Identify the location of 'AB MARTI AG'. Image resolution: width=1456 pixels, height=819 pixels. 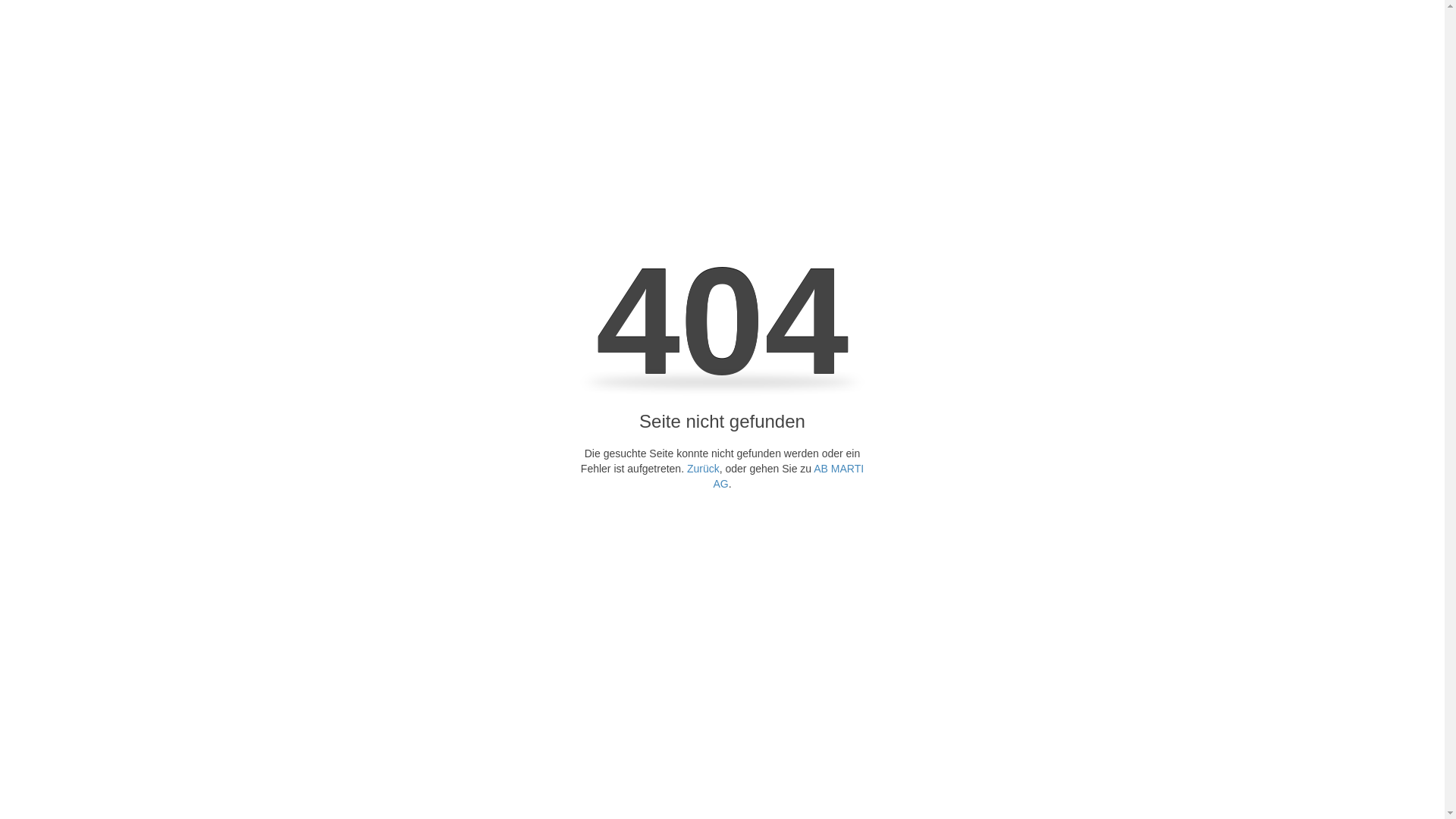
(788, 475).